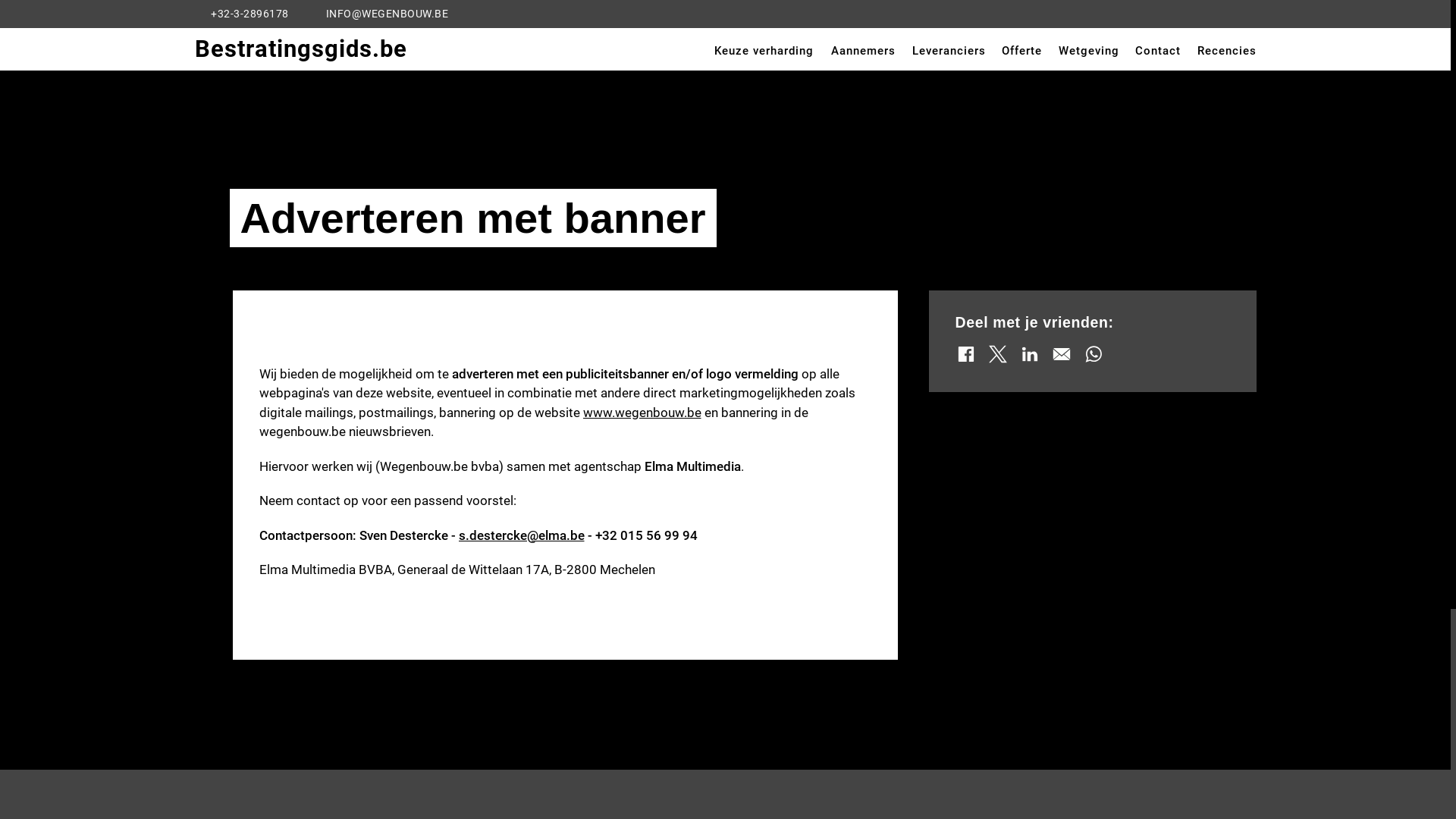 The height and width of the screenshot is (819, 1456). Describe the element at coordinates (1021, 52) in the screenshot. I see `'Offerte'` at that location.